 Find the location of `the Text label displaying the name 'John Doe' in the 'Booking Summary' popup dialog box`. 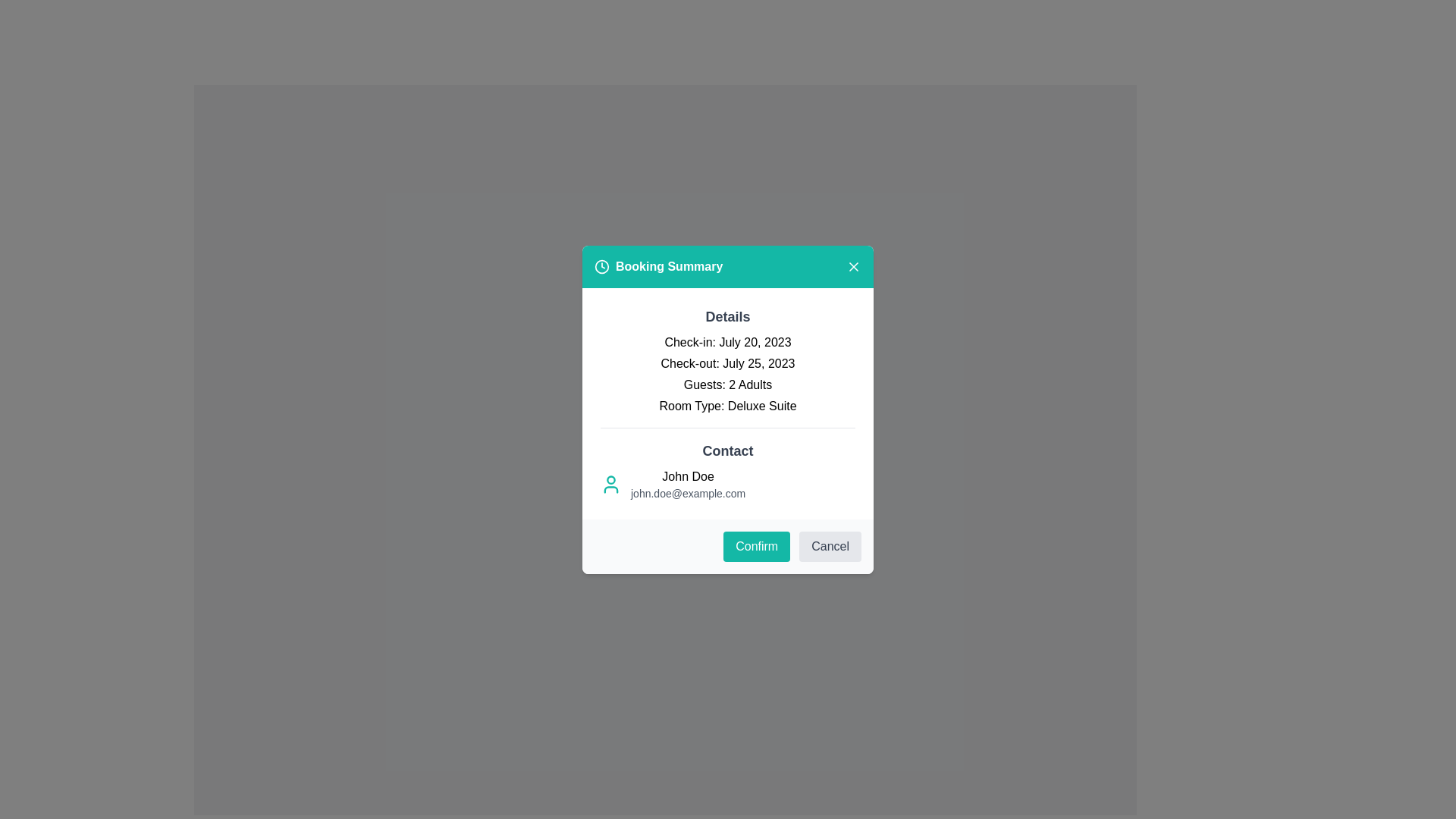

the Text label displaying the name 'John Doe' in the 'Booking Summary' popup dialog box is located at coordinates (687, 475).